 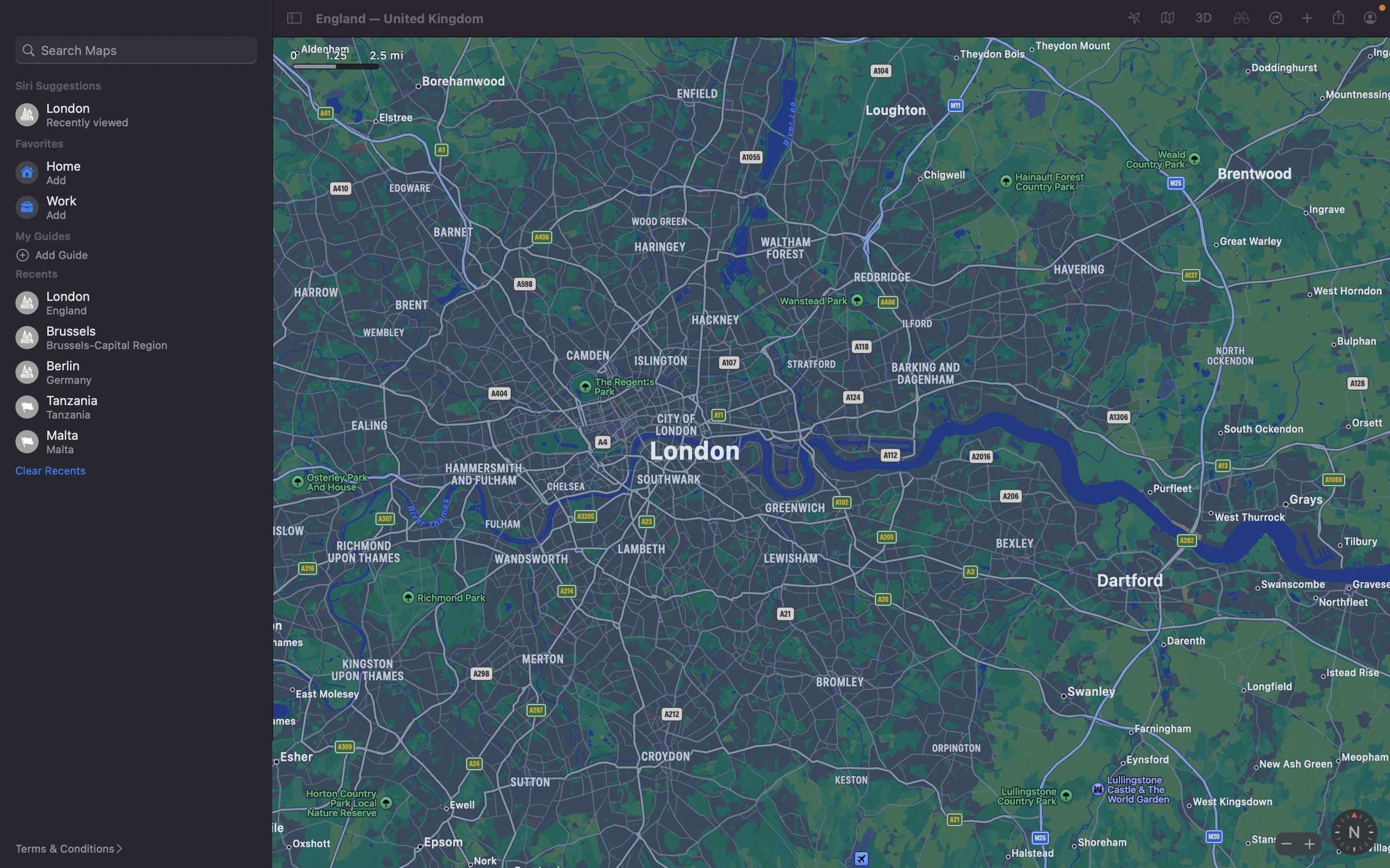 What do you see at coordinates (1285, 843) in the screenshot?
I see `Zoom out on the map` at bounding box center [1285, 843].